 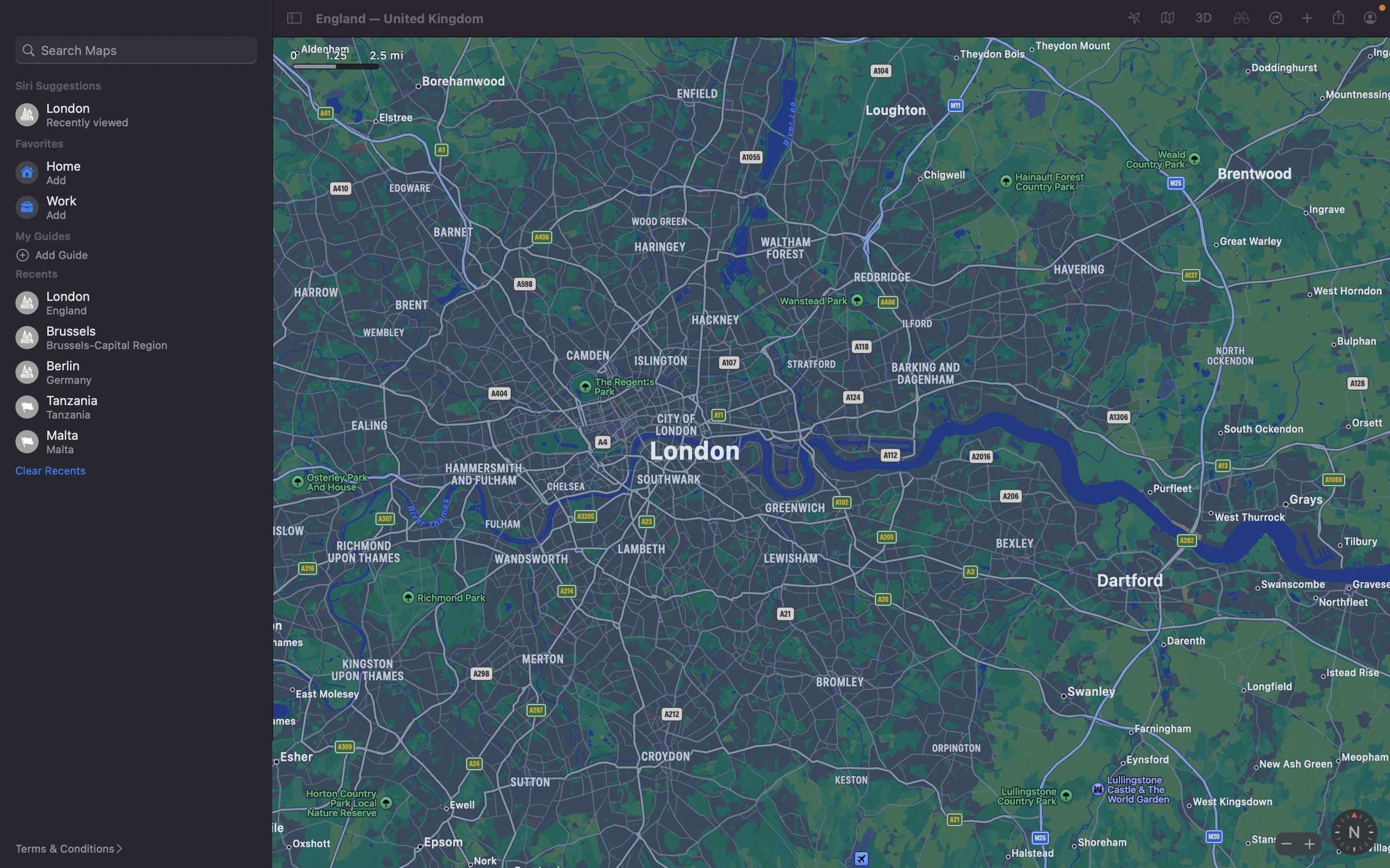 What do you see at coordinates (1285, 843) in the screenshot?
I see `Zoom out on the map` at bounding box center [1285, 843].